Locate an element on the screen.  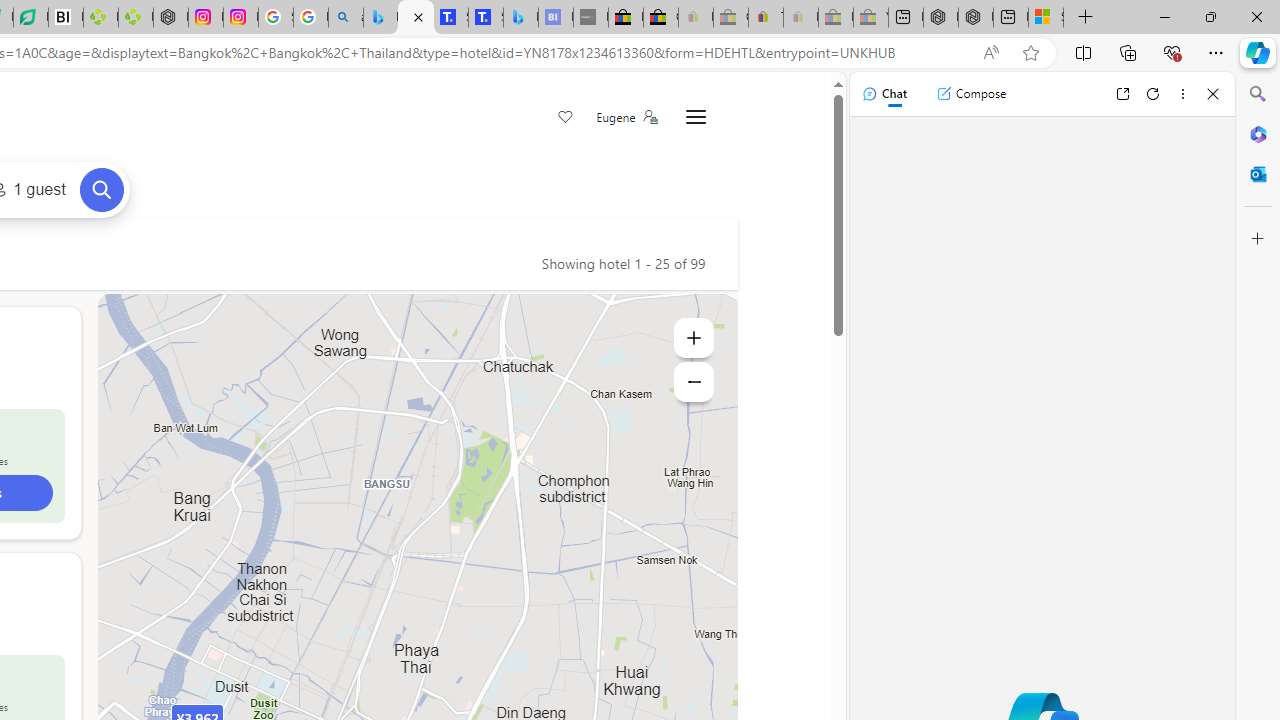
'Save' is located at coordinates (564, 118).